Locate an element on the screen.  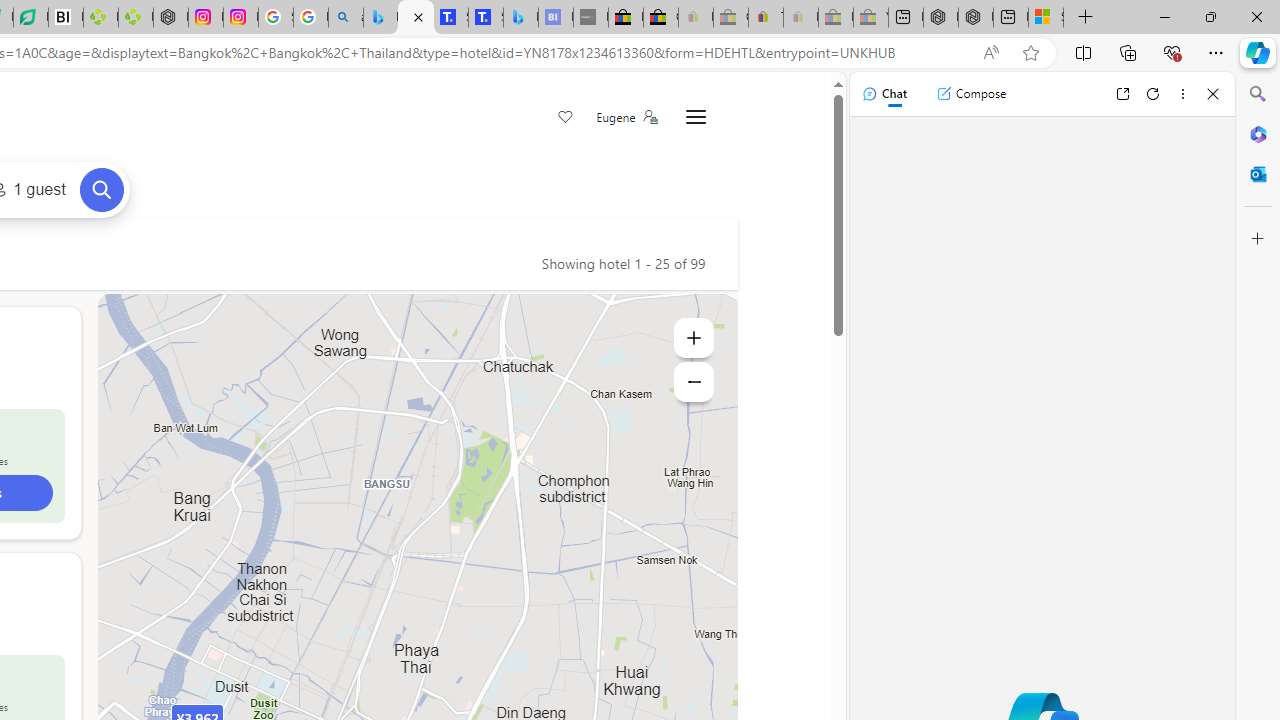
'Save' is located at coordinates (564, 118).